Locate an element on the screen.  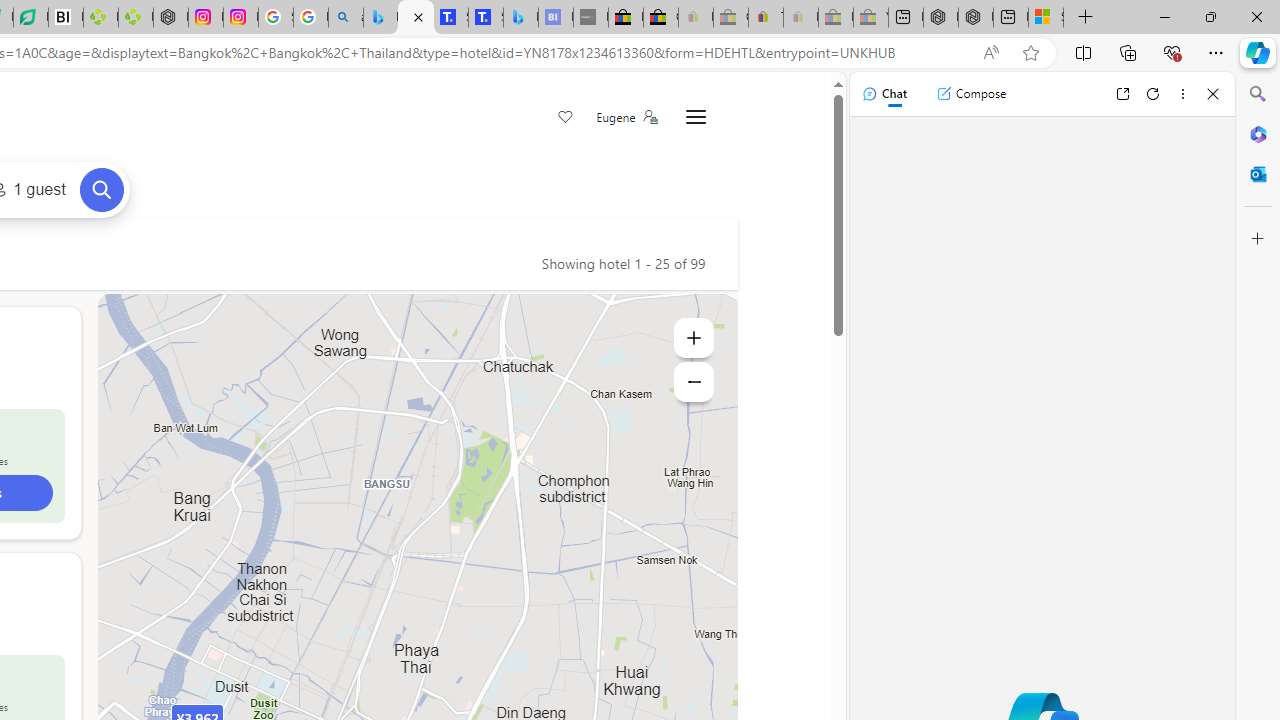
'Save' is located at coordinates (564, 118).